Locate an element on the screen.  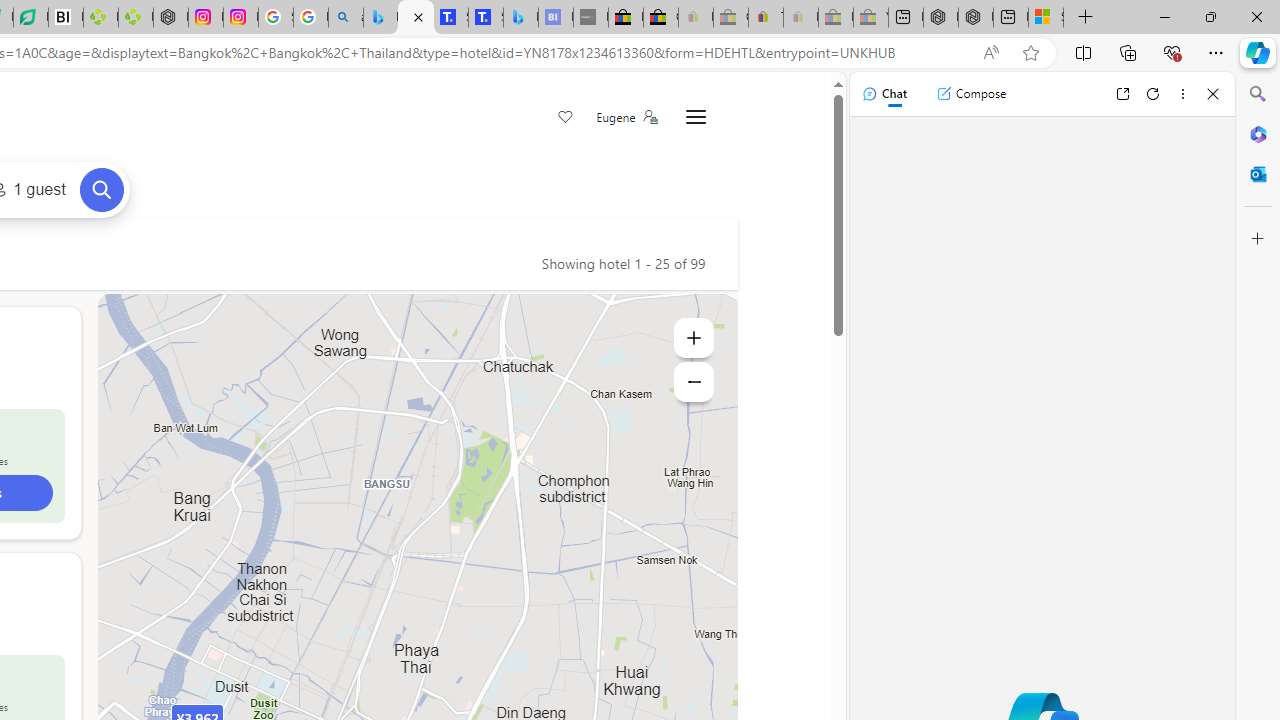
'Save' is located at coordinates (564, 118).